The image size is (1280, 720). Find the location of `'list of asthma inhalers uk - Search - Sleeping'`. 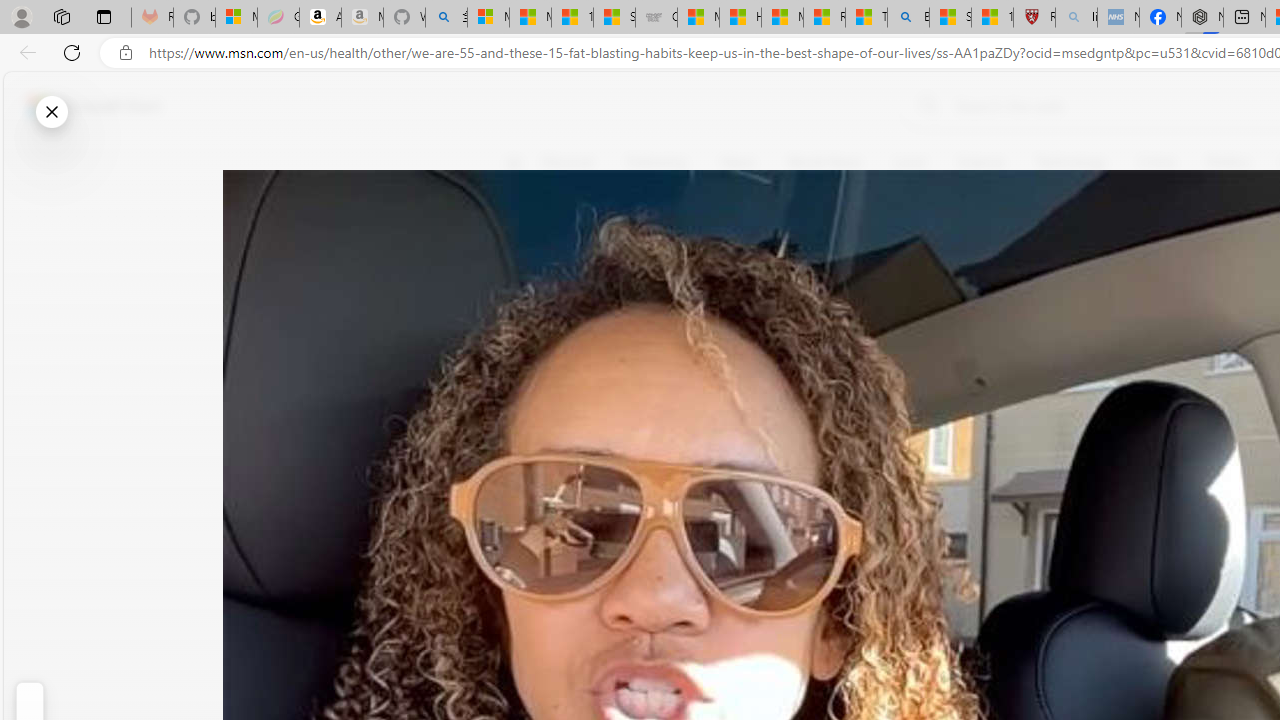

'list of asthma inhalers uk - Search - Sleeping' is located at coordinates (1075, 17).